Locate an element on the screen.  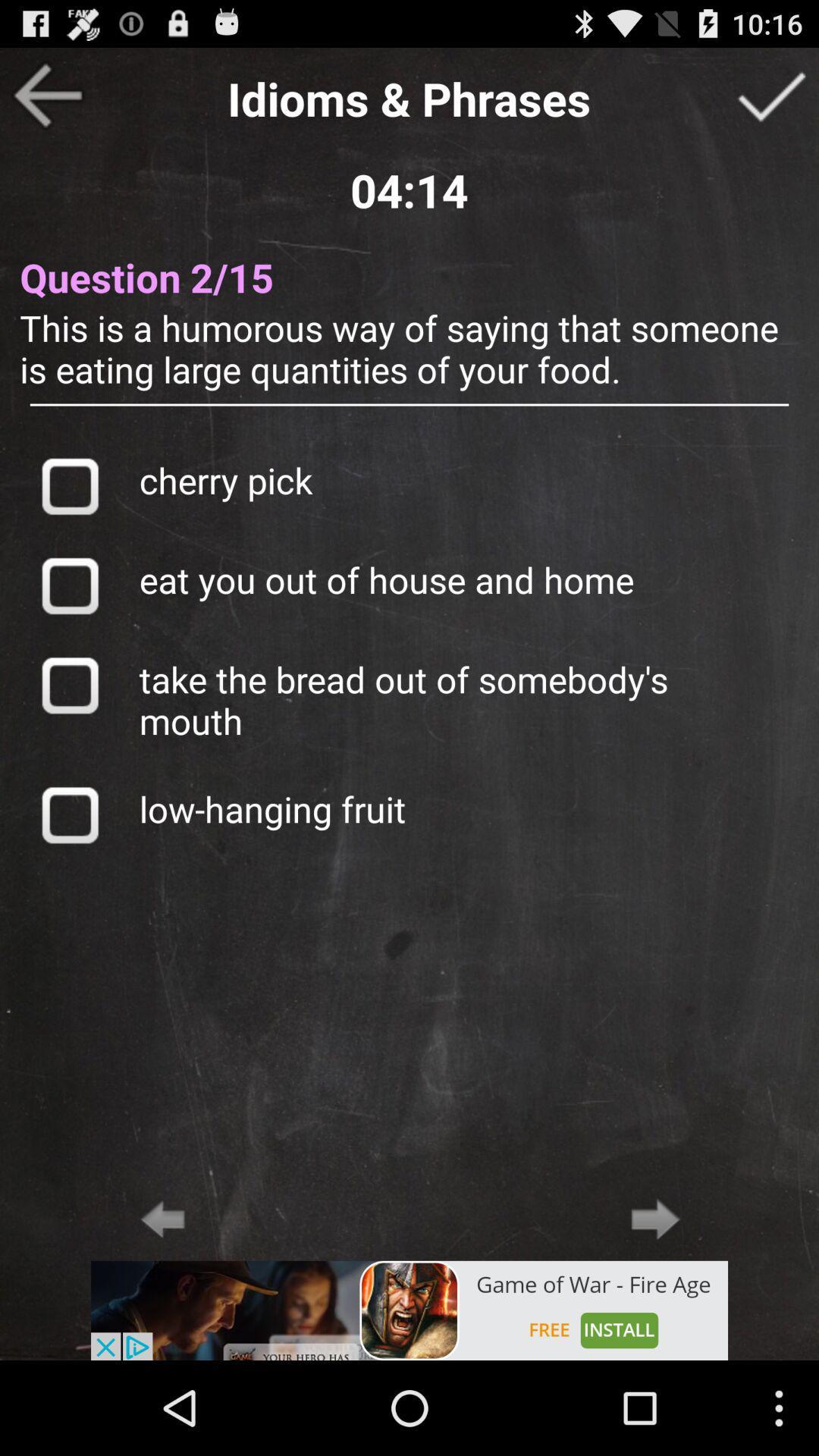
answer question is located at coordinates (771, 94).